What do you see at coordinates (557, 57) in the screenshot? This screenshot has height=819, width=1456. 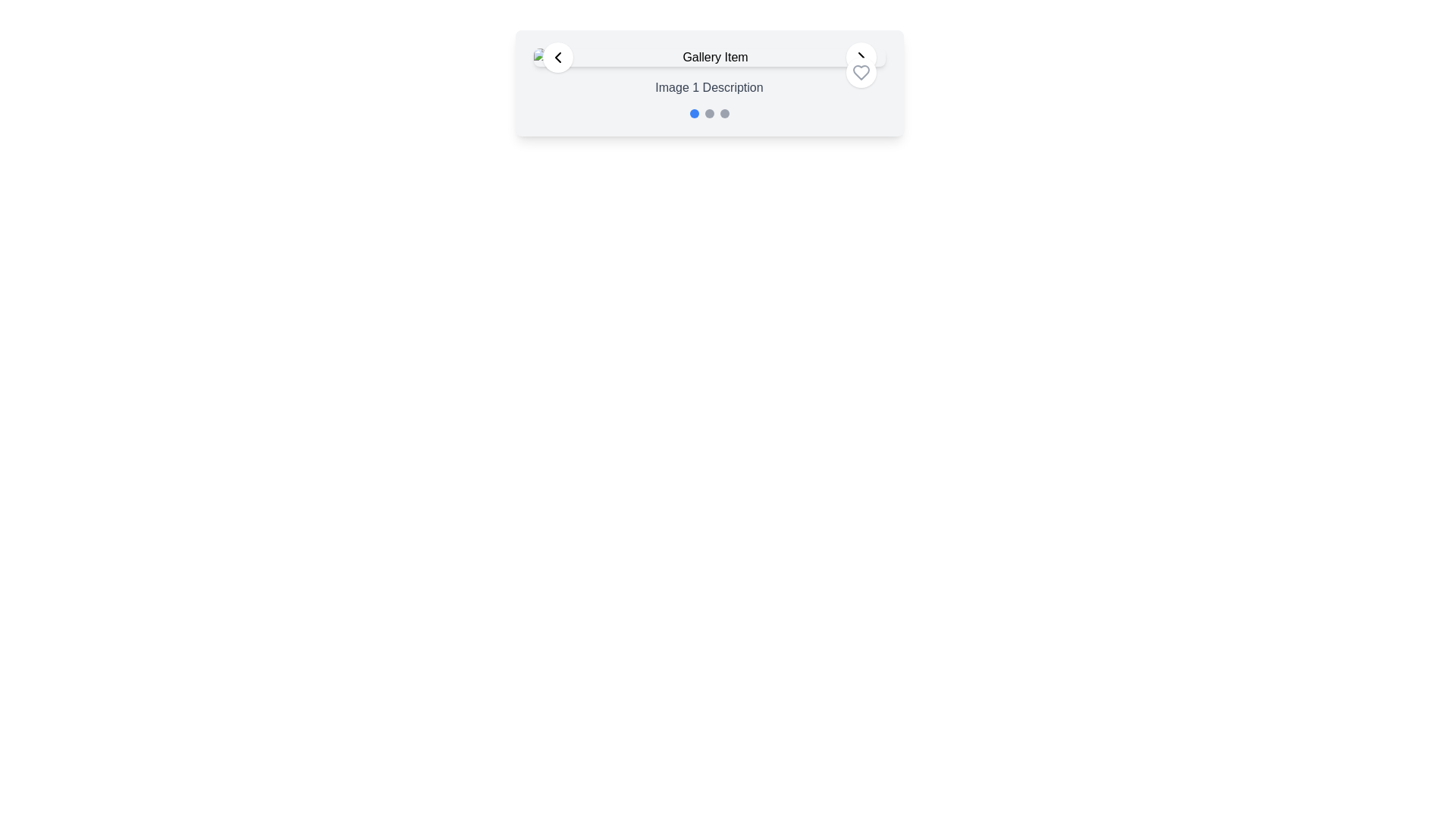 I see `the Icon button located in the left section of a horizontal panel, which is used for navigating to the previous item in a gallery or carousel` at bounding box center [557, 57].